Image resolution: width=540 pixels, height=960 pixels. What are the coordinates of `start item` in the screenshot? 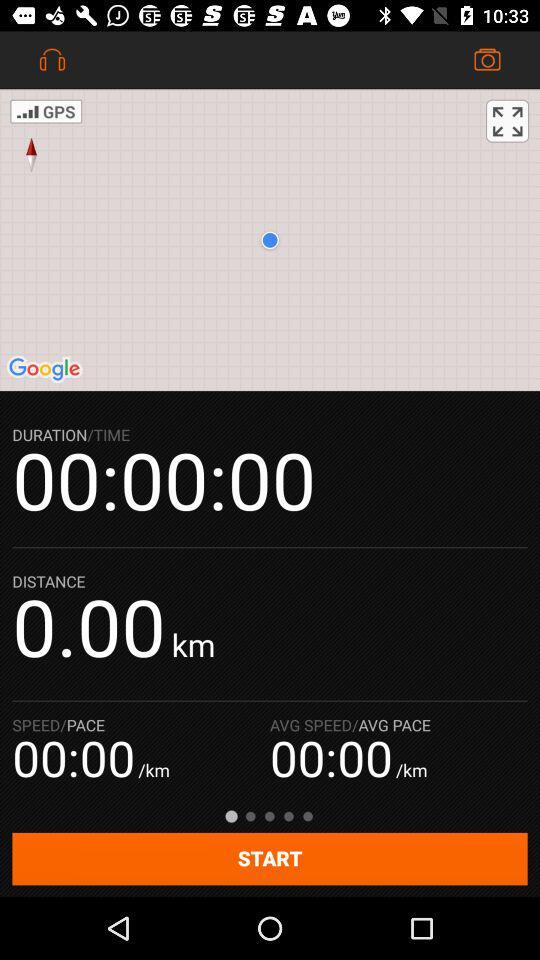 It's located at (270, 858).